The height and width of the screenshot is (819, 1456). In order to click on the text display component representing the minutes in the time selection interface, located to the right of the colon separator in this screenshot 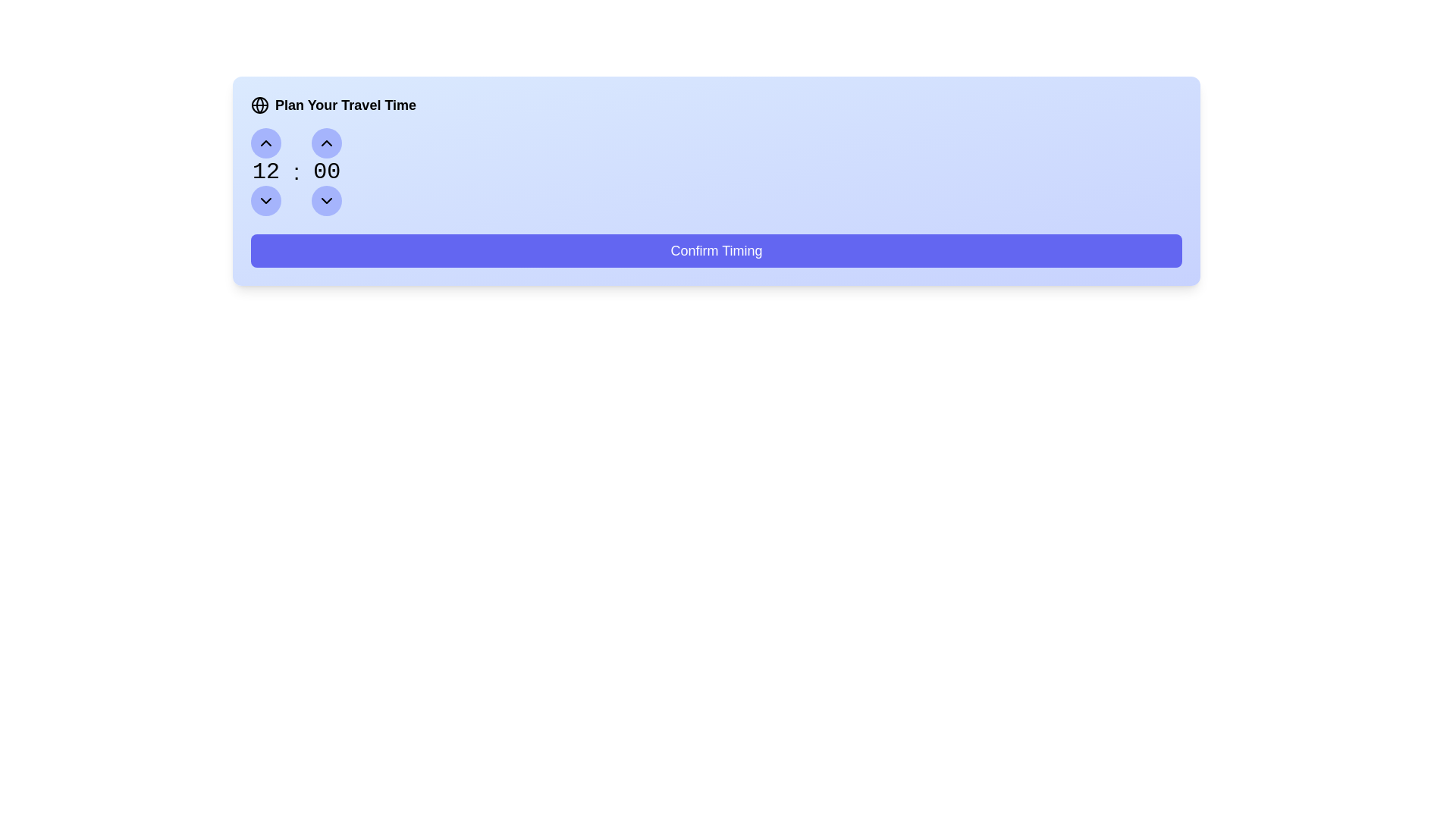, I will do `click(326, 171)`.